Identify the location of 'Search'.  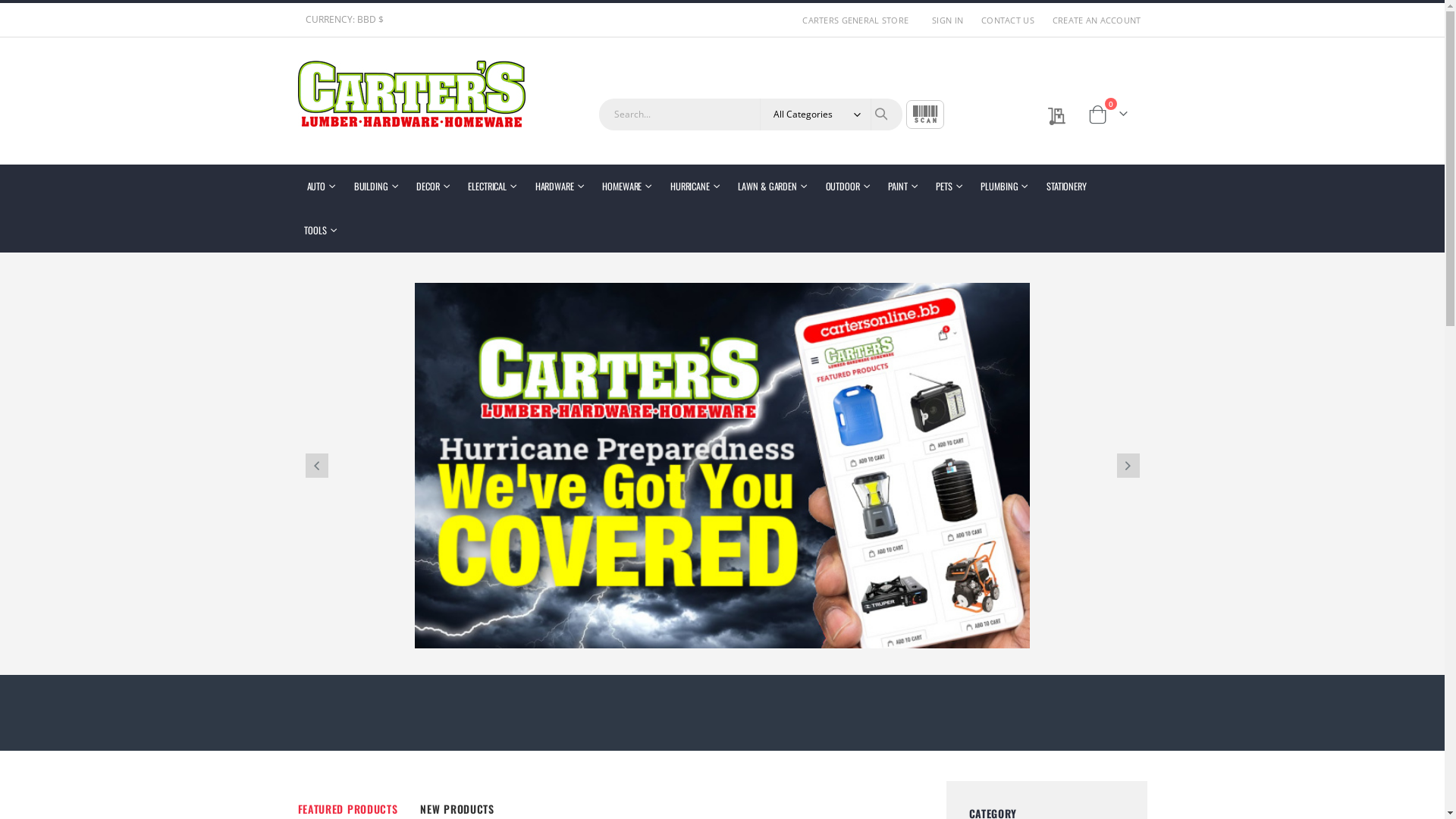
(880, 113).